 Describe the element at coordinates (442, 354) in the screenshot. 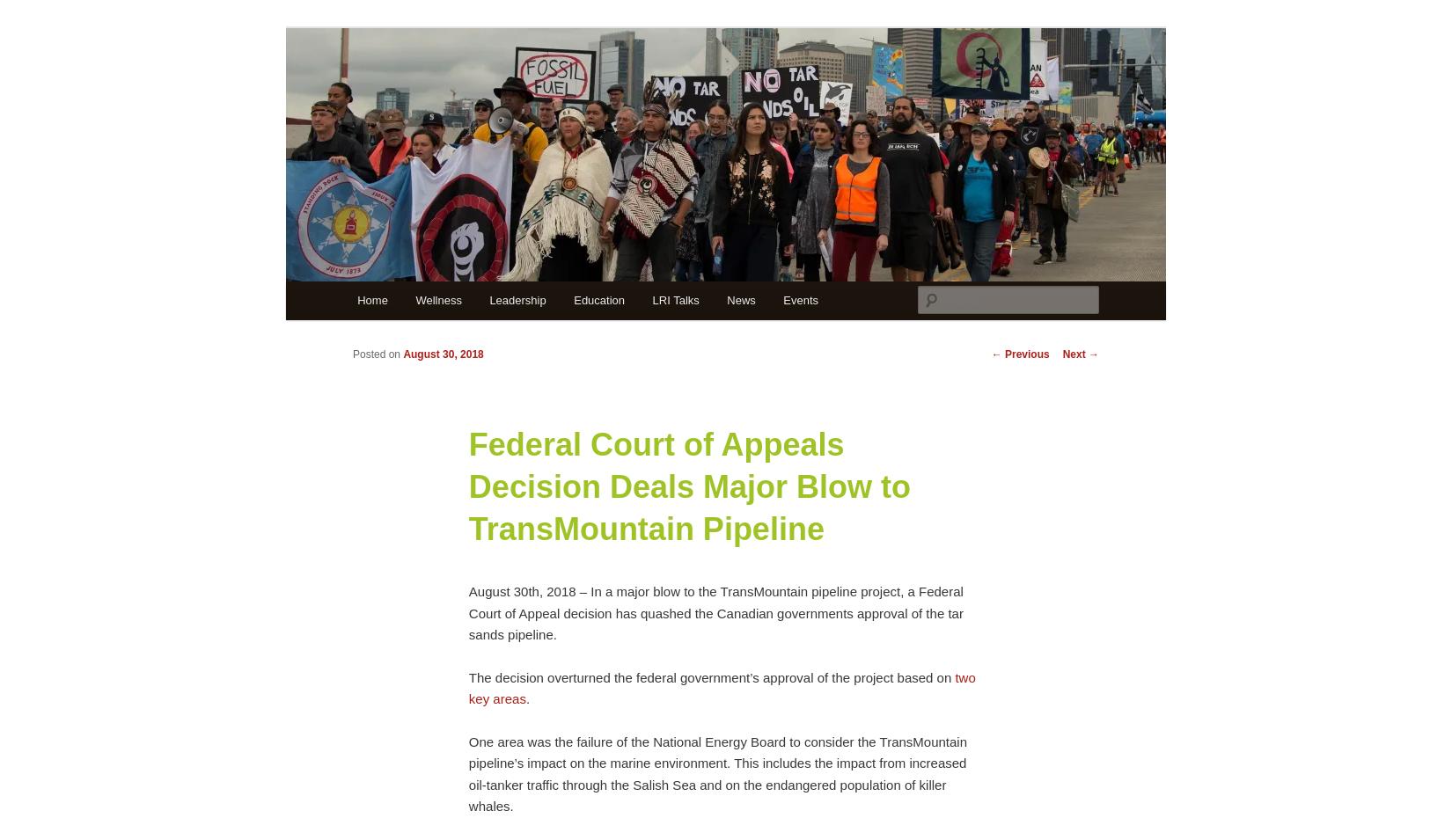

I see `'August 30, 2018'` at that location.